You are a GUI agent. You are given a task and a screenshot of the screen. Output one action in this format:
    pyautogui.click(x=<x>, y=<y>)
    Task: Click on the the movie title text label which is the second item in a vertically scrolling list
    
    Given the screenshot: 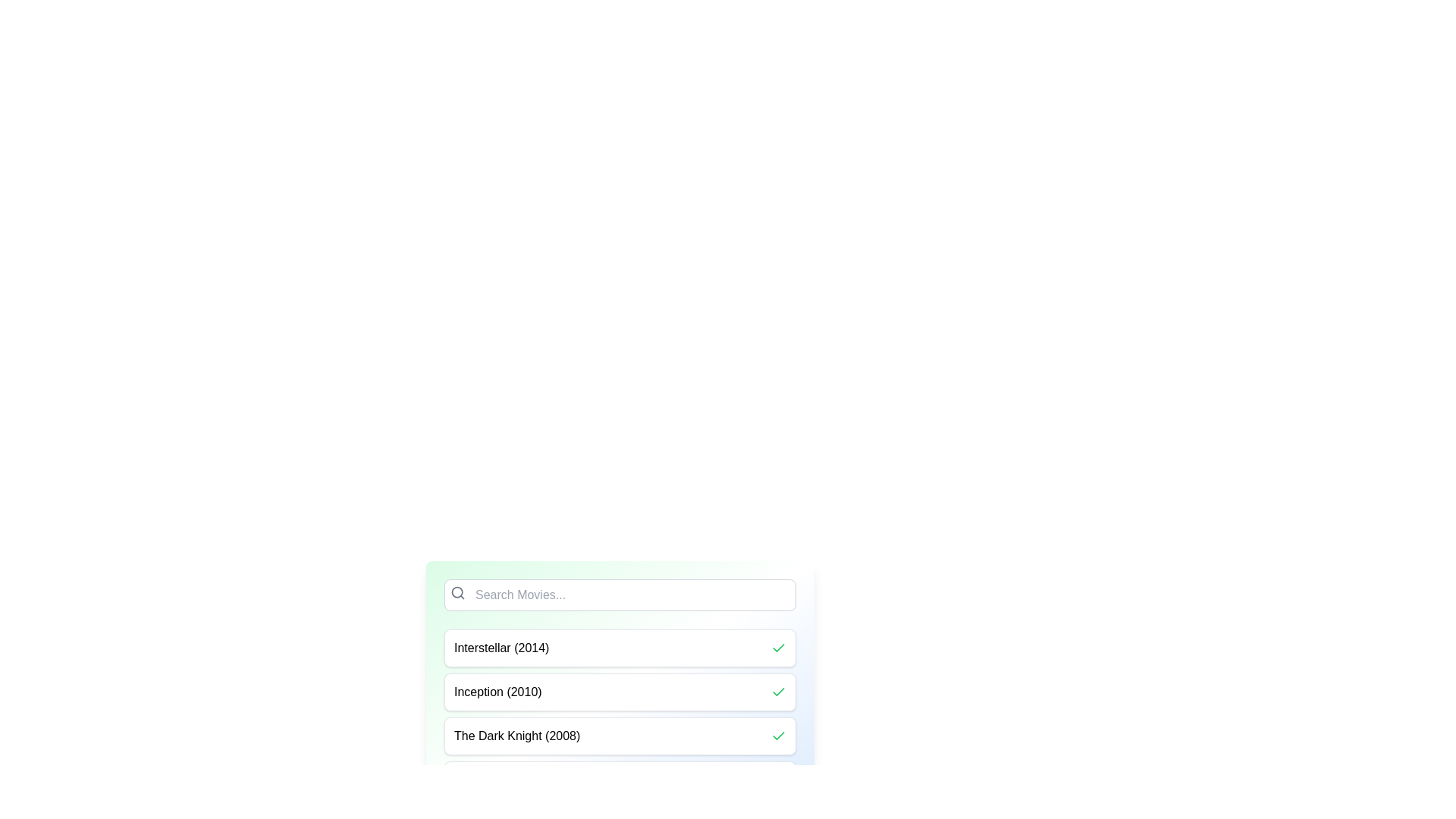 What is the action you would take?
    pyautogui.click(x=497, y=692)
    